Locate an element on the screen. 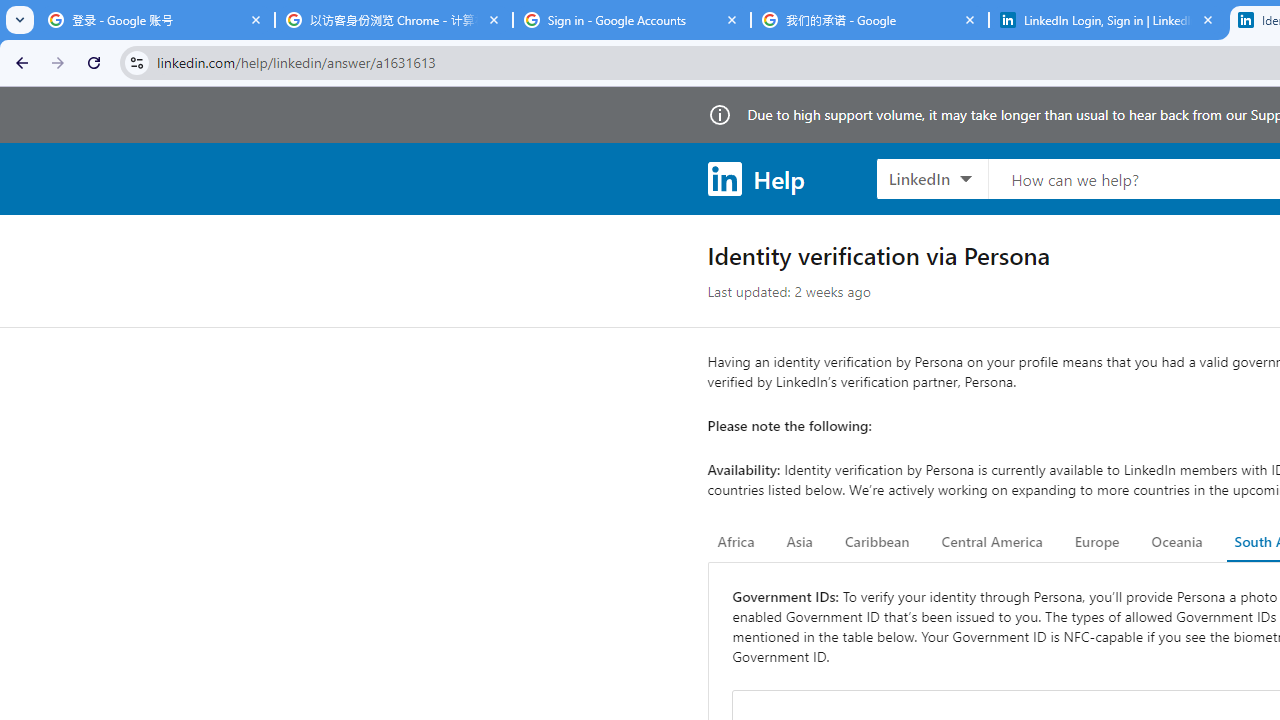  'LinkedIn Login, Sign in | LinkedIn' is located at coordinates (1107, 20).